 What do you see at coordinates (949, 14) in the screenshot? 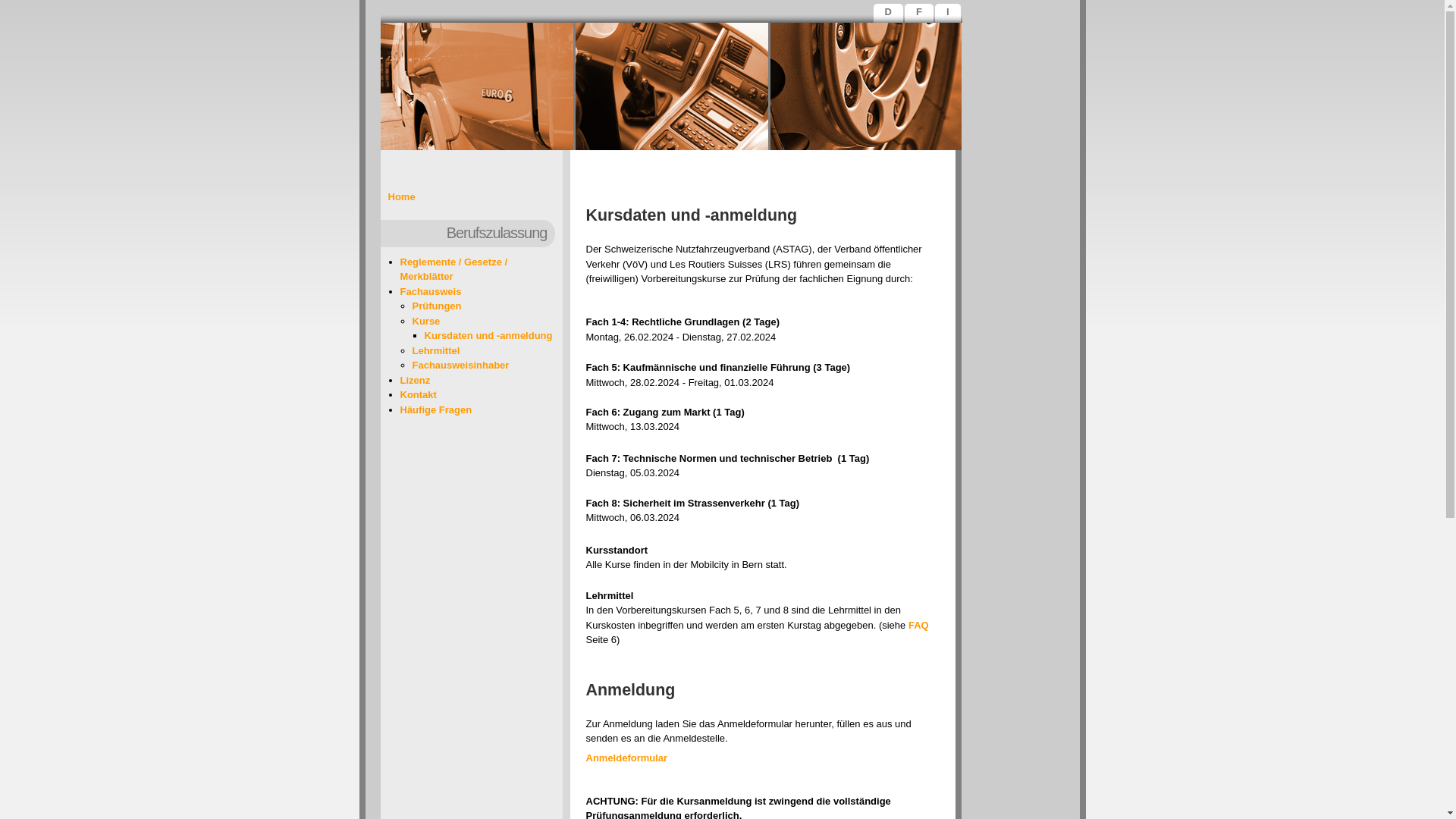
I see `'I'` at bounding box center [949, 14].